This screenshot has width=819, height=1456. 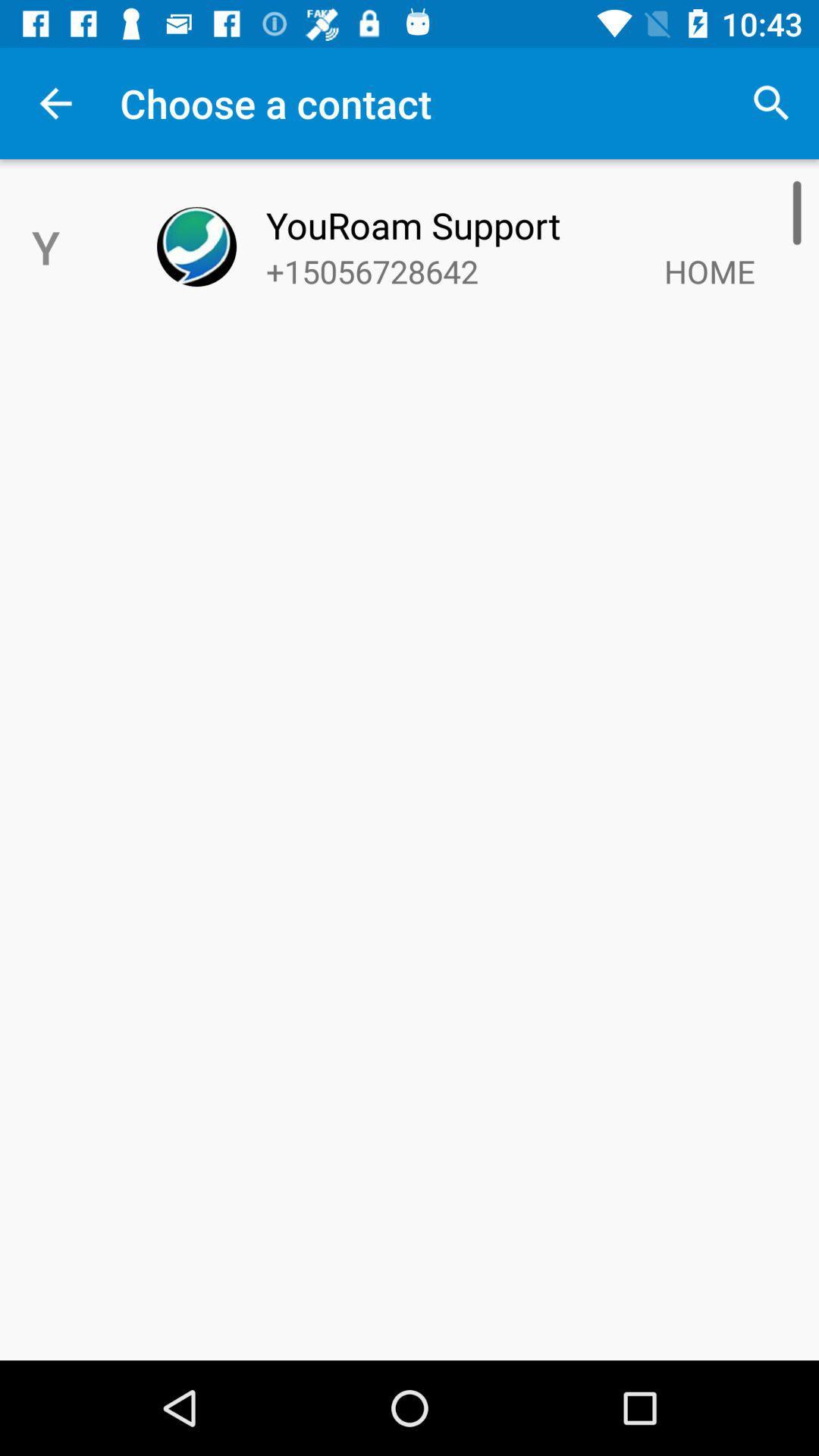 I want to click on app next to the choose a contact app, so click(x=771, y=102).